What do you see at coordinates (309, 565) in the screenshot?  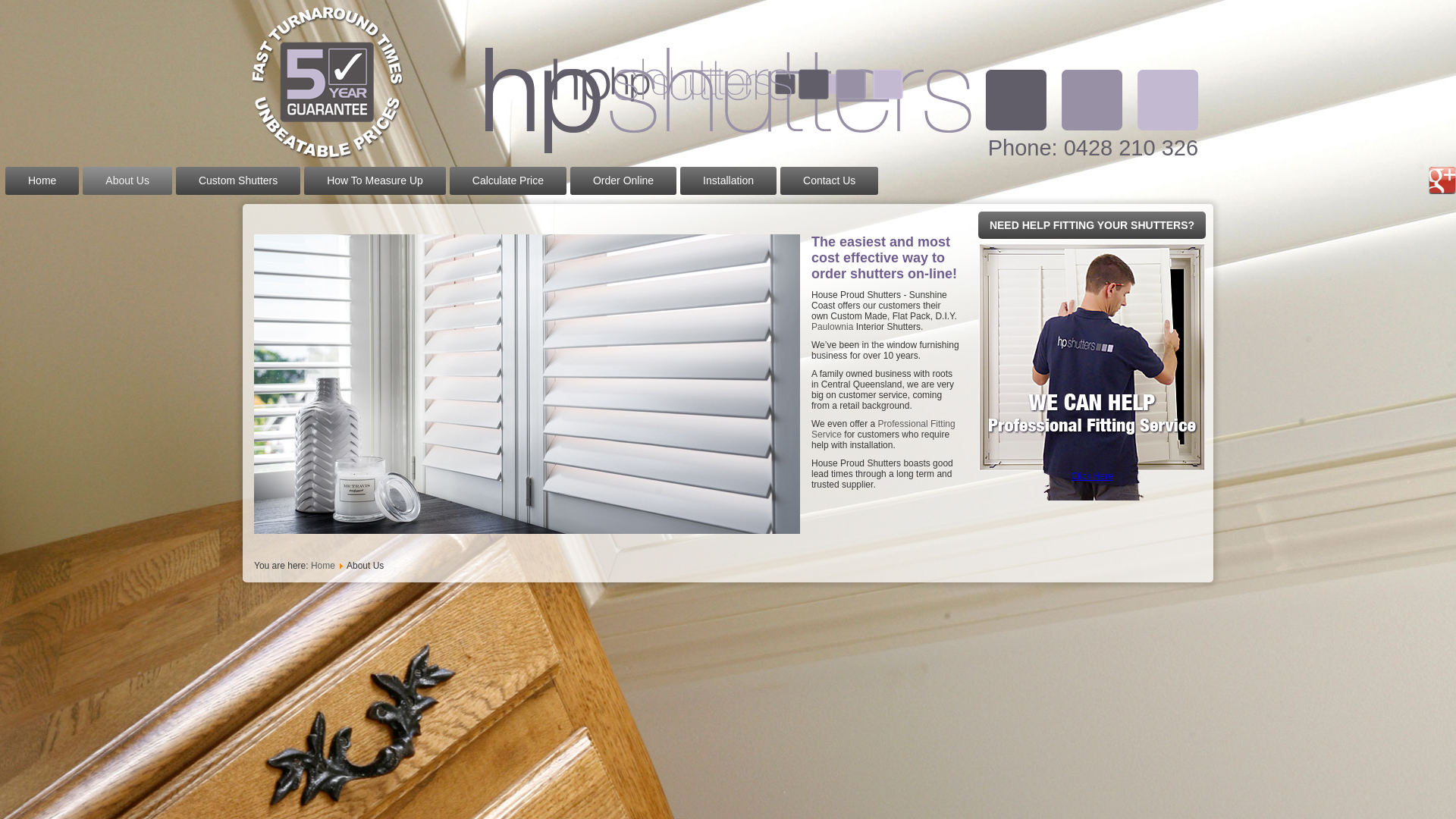 I see `'Home'` at bounding box center [309, 565].